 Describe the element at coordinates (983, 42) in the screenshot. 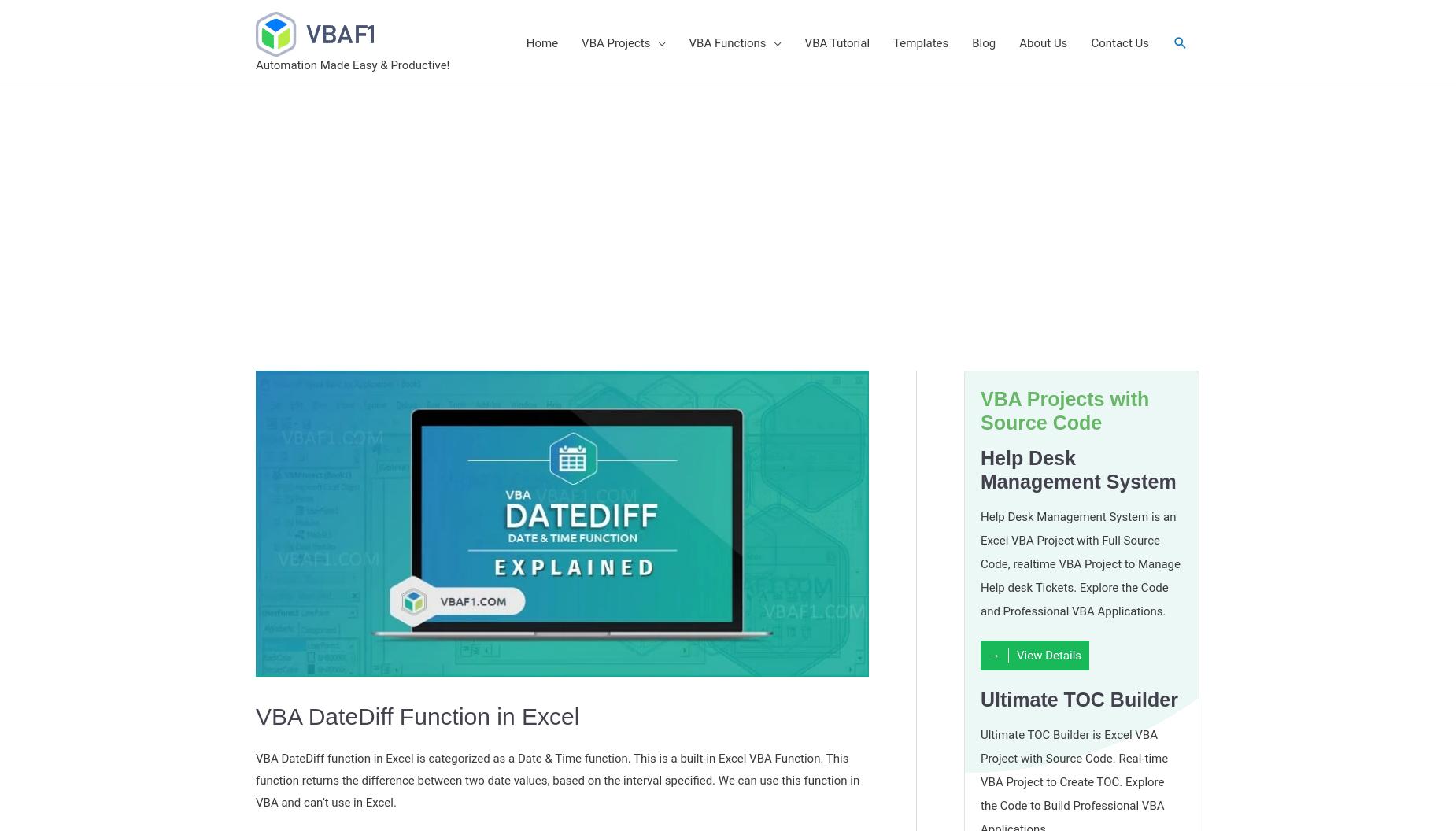

I see `'Blog'` at that location.